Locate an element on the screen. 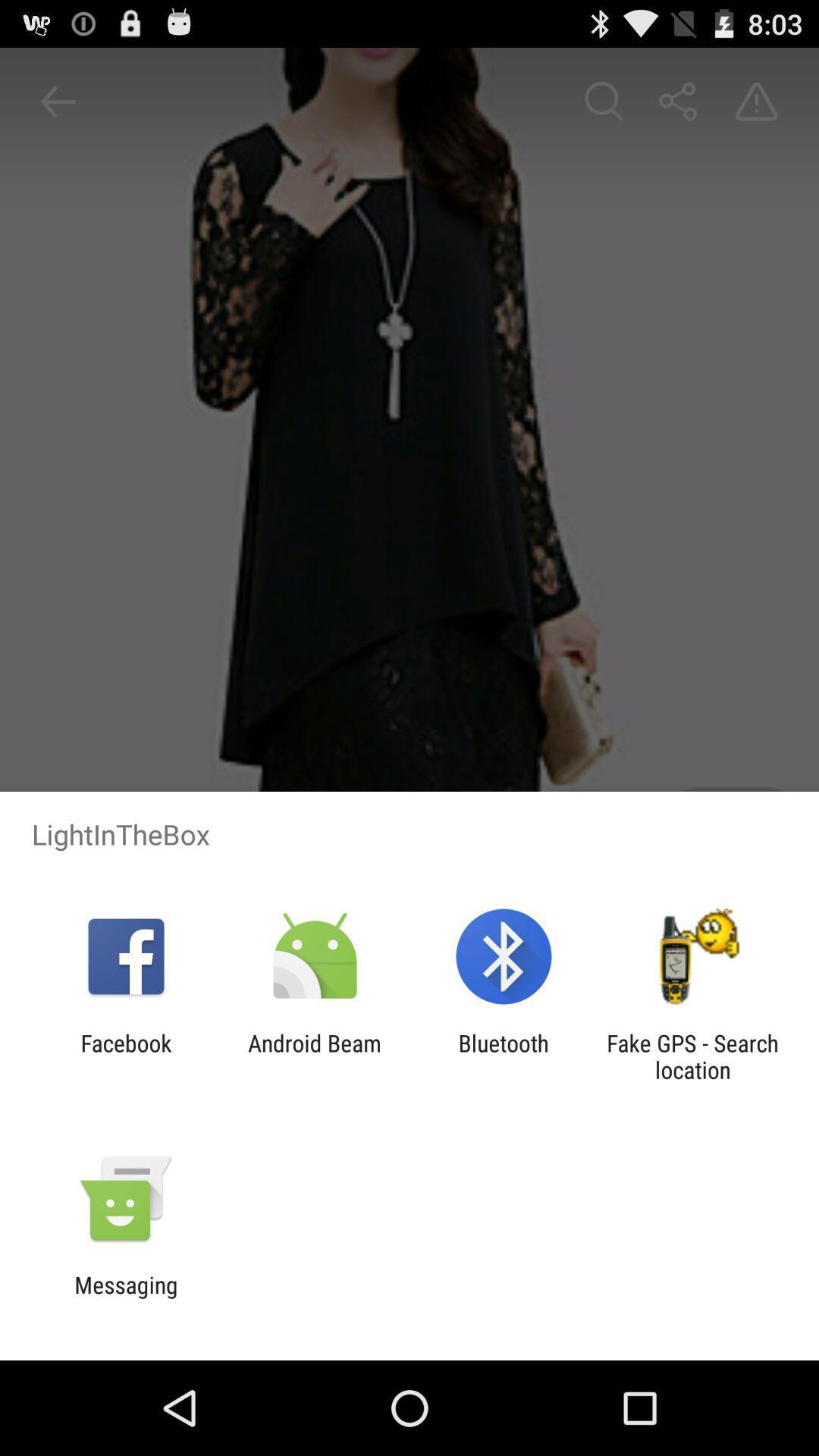 The height and width of the screenshot is (1456, 819). item next to android beam icon is located at coordinates (125, 1056).